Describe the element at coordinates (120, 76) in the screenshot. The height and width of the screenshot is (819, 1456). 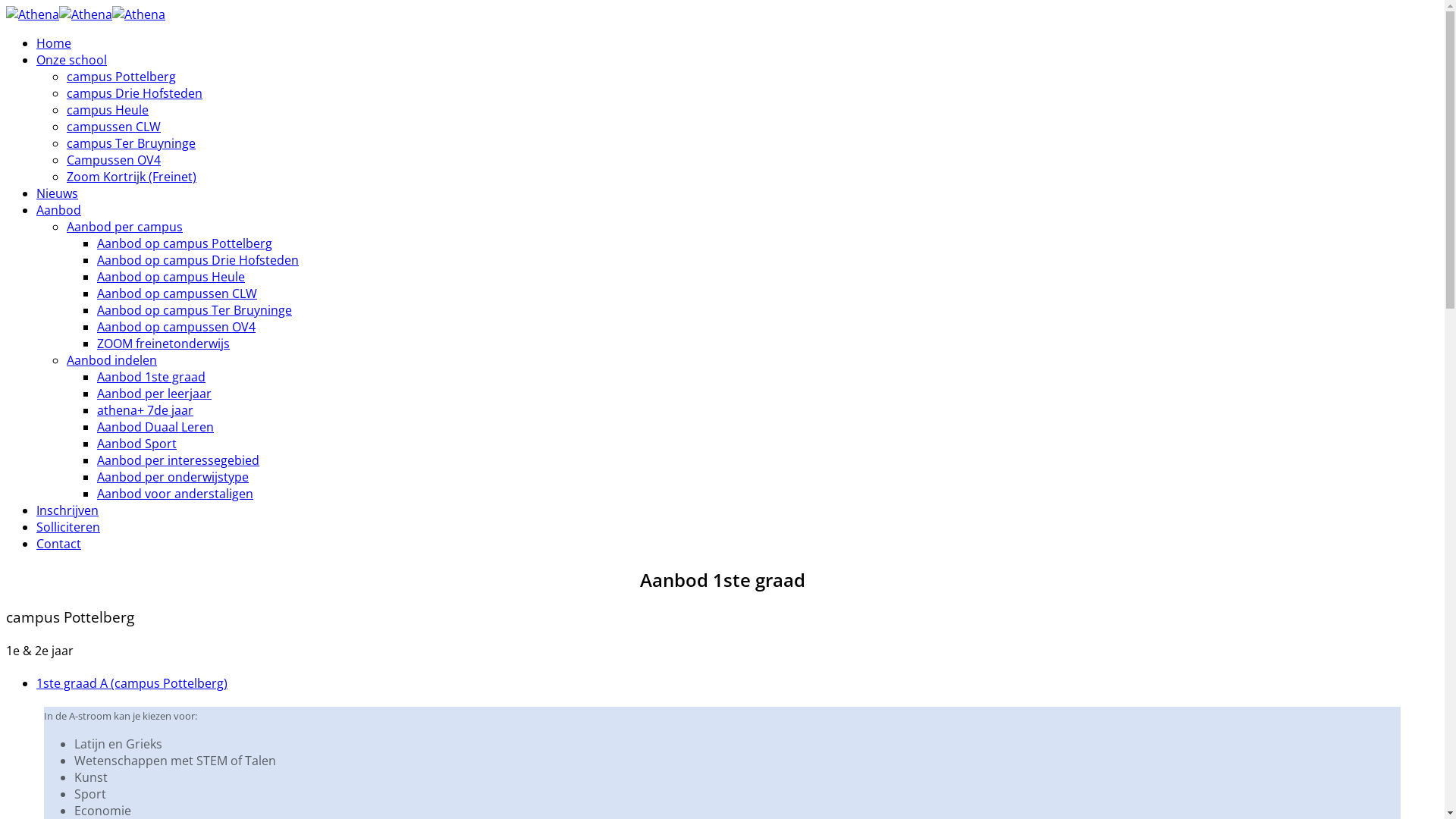
I see `'campus Pottelberg'` at that location.